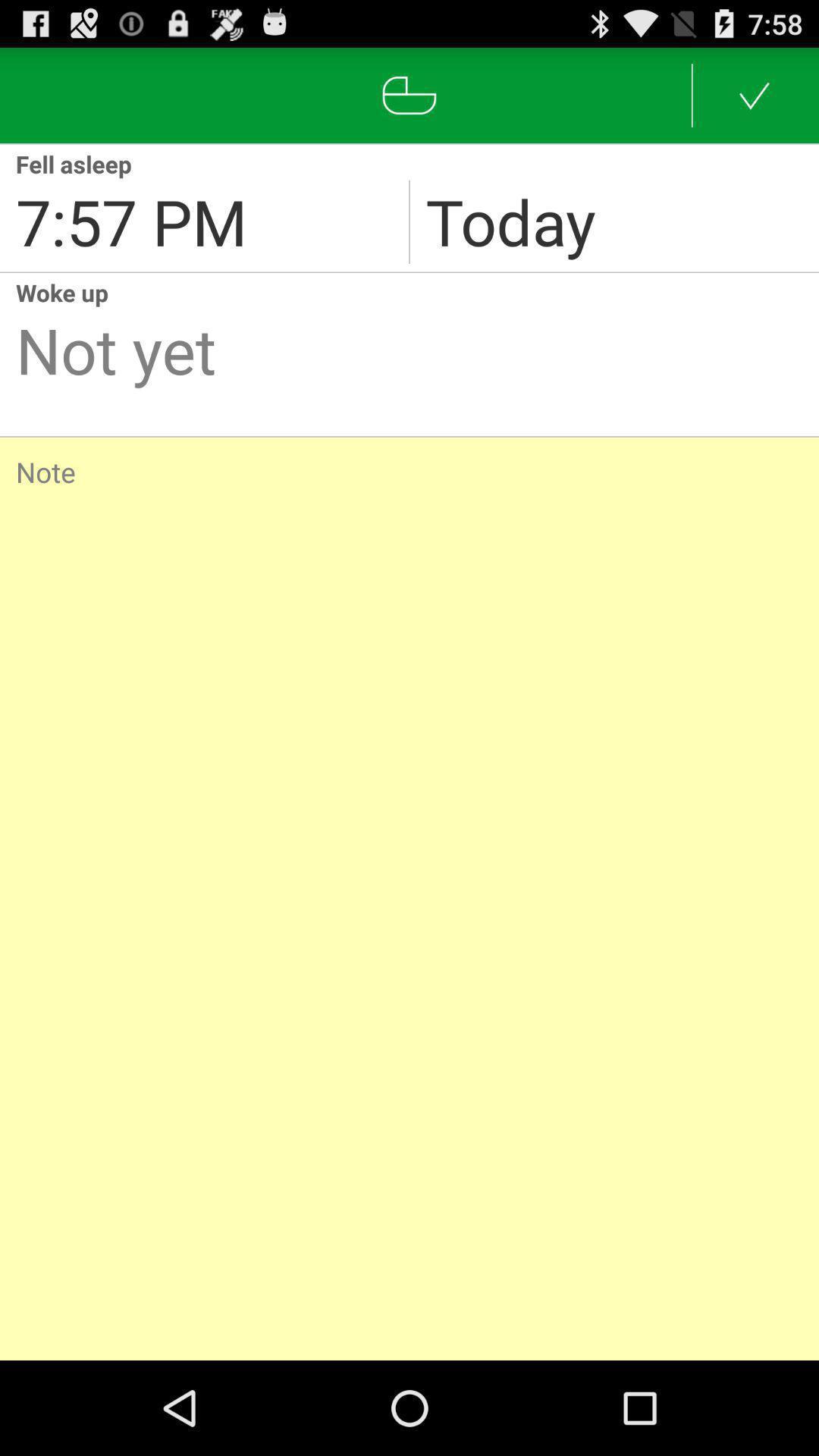  I want to click on the check icon, so click(755, 101).